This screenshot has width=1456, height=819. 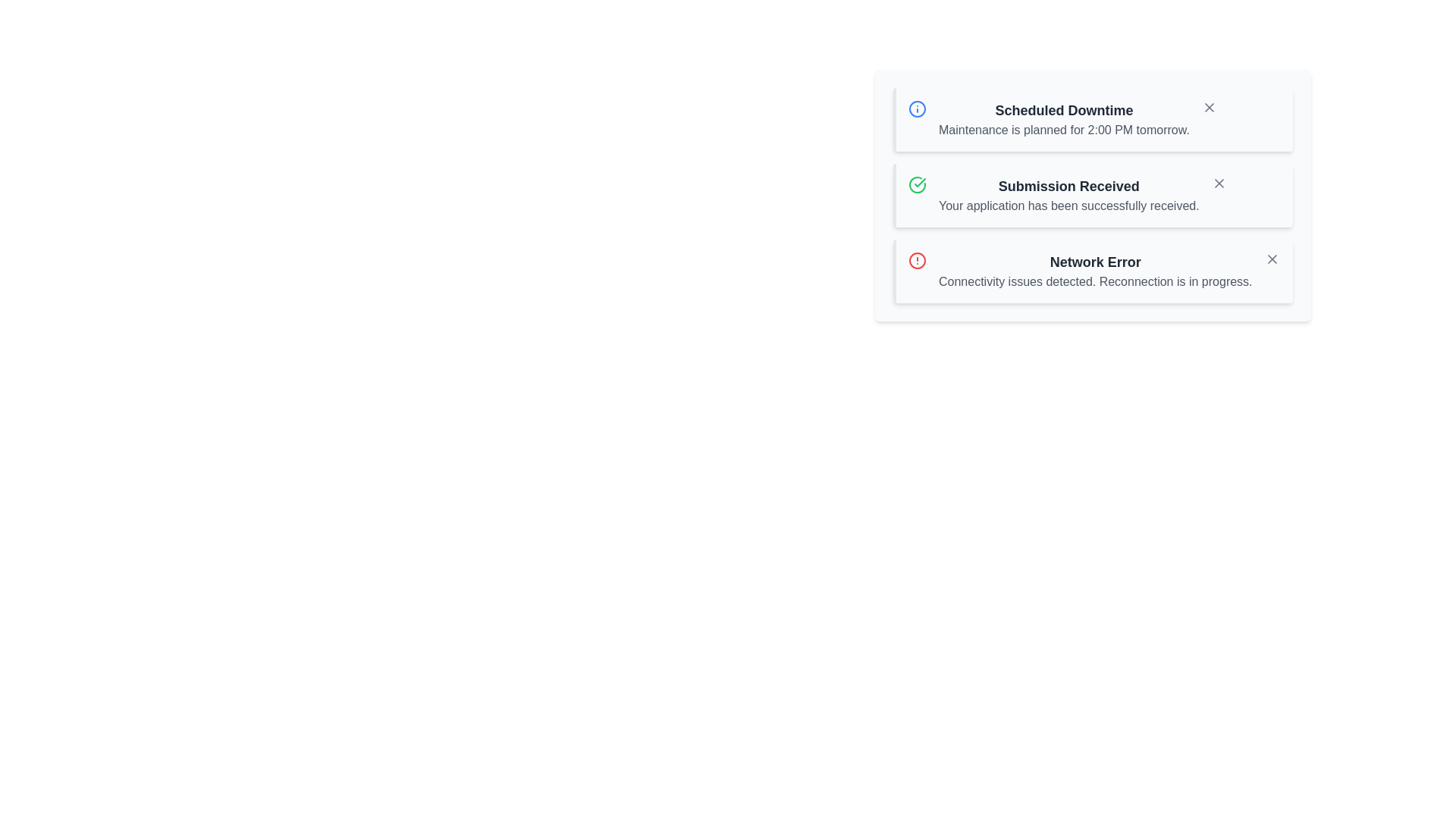 What do you see at coordinates (1063, 110) in the screenshot?
I see `the text label that serves as the title or headline of a notification, located at the top of the first notification card in a vertical stack` at bounding box center [1063, 110].